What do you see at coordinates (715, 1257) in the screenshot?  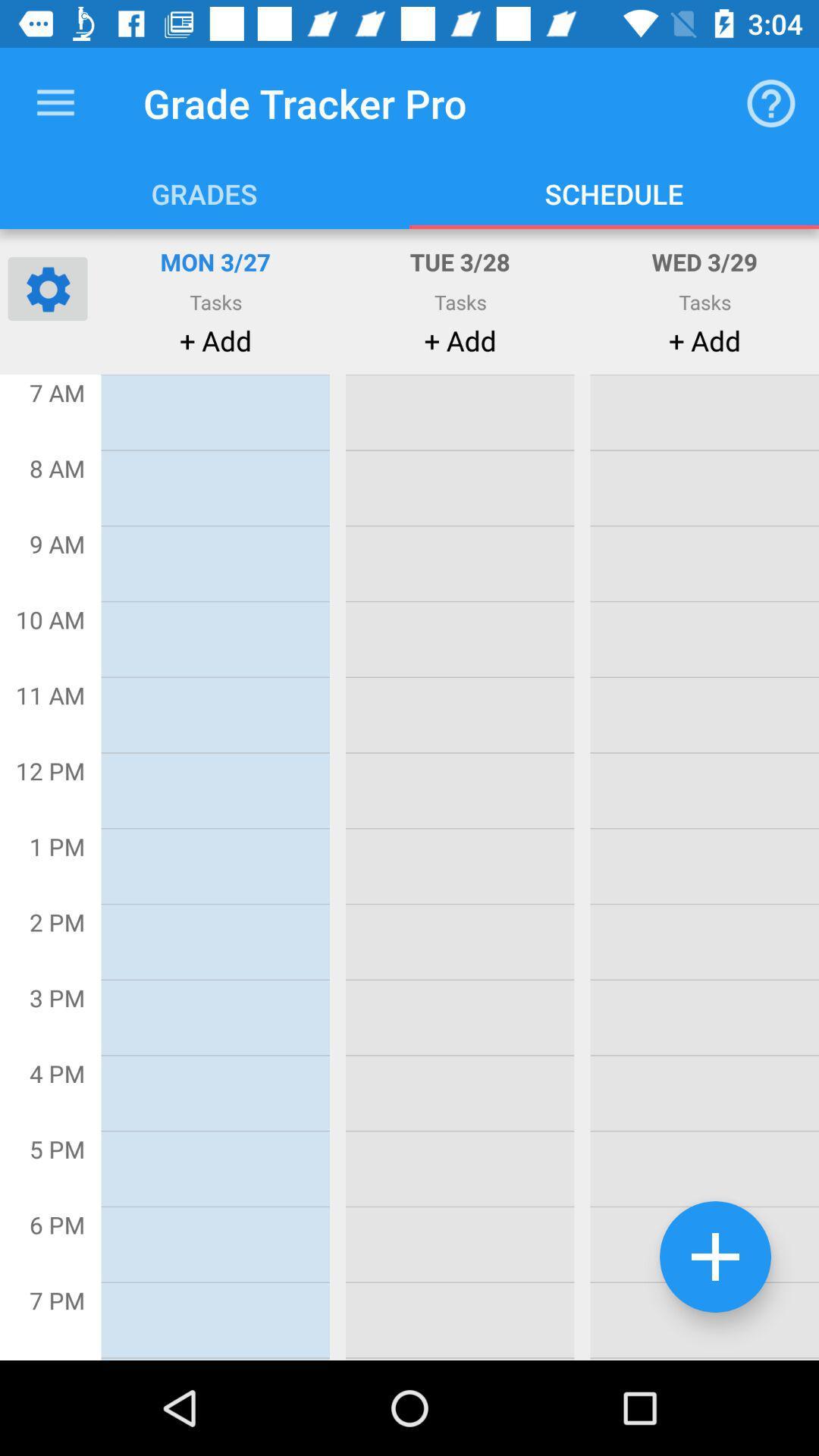 I see `task` at bounding box center [715, 1257].